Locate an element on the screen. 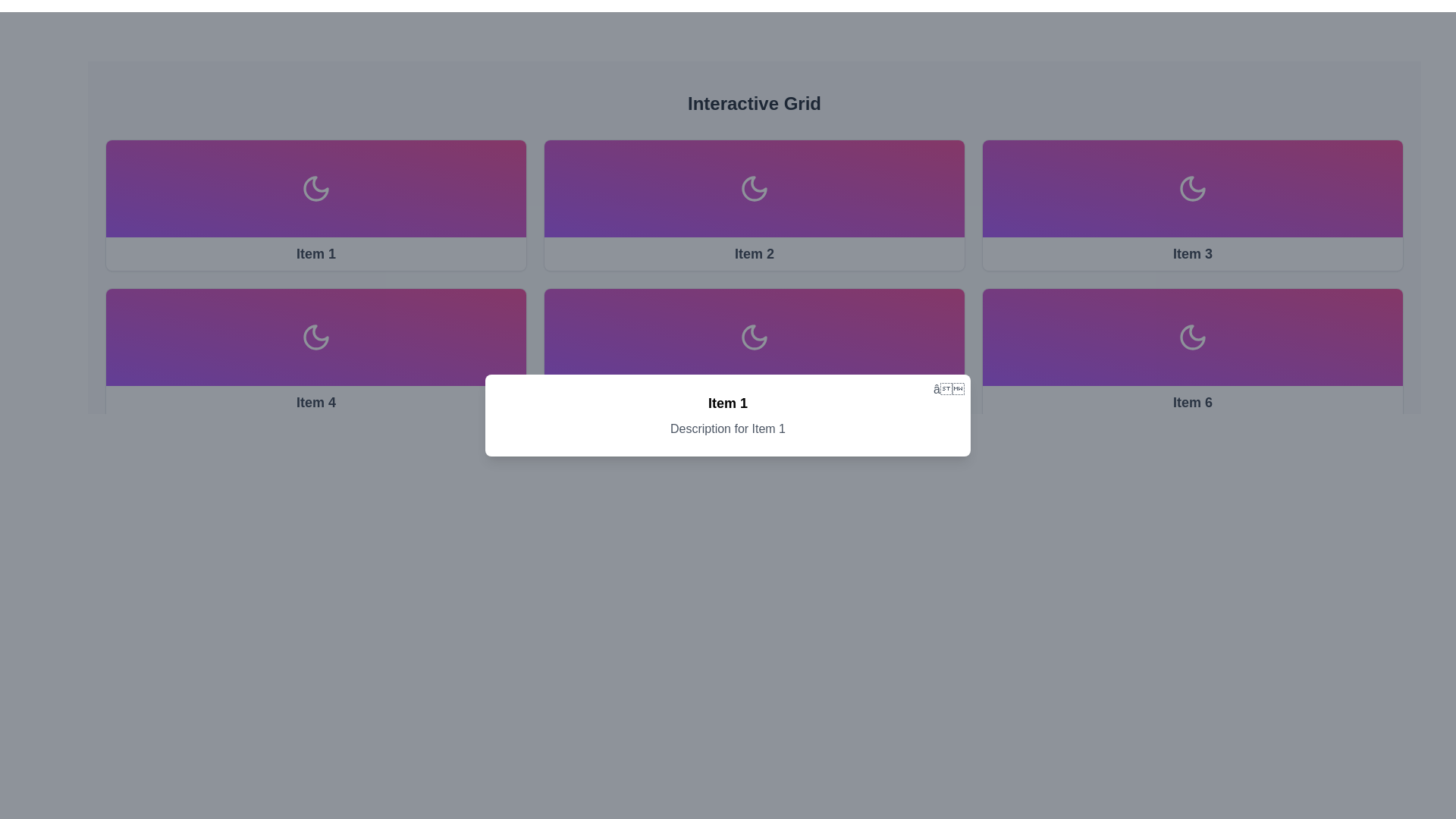 The width and height of the screenshot is (1456, 819). the interactive card located in the second row, third column of the grid layout via keyboard navigation is located at coordinates (1192, 353).